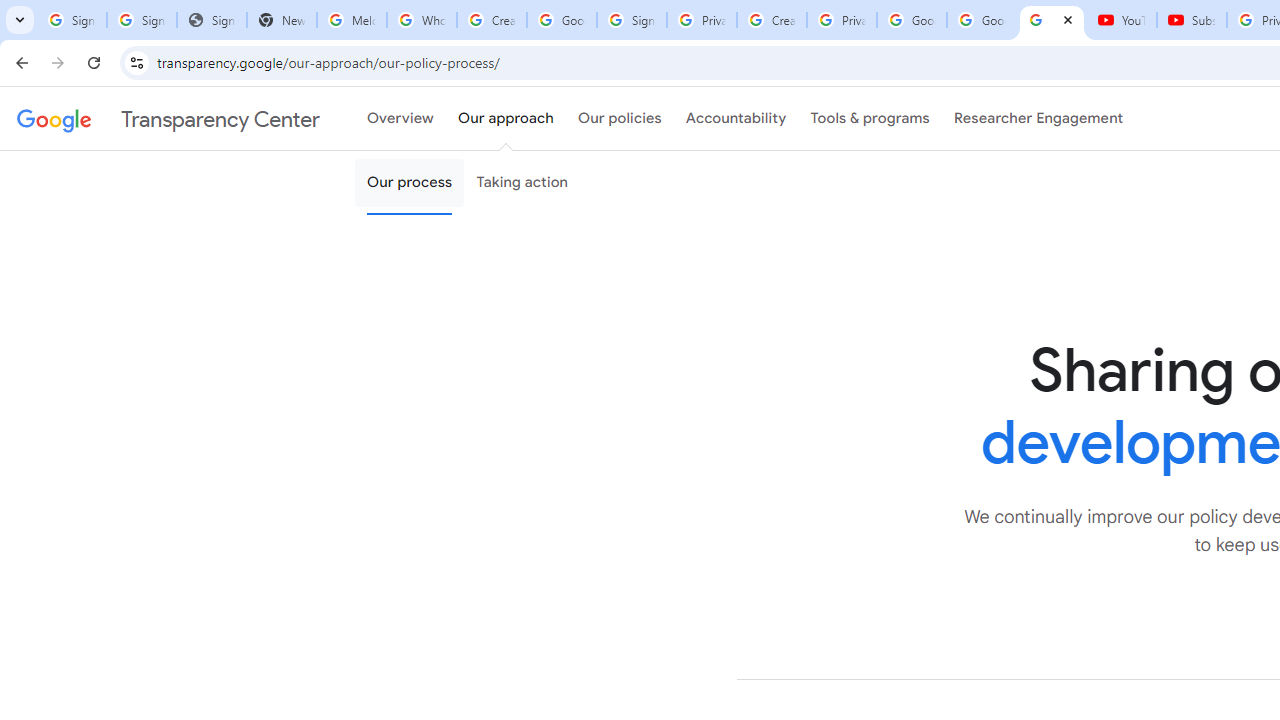  What do you see at coordinates (630, 20) in the screenshot?
I see `'Sign in - Google Accounts'` at bounding box center [630, 20].